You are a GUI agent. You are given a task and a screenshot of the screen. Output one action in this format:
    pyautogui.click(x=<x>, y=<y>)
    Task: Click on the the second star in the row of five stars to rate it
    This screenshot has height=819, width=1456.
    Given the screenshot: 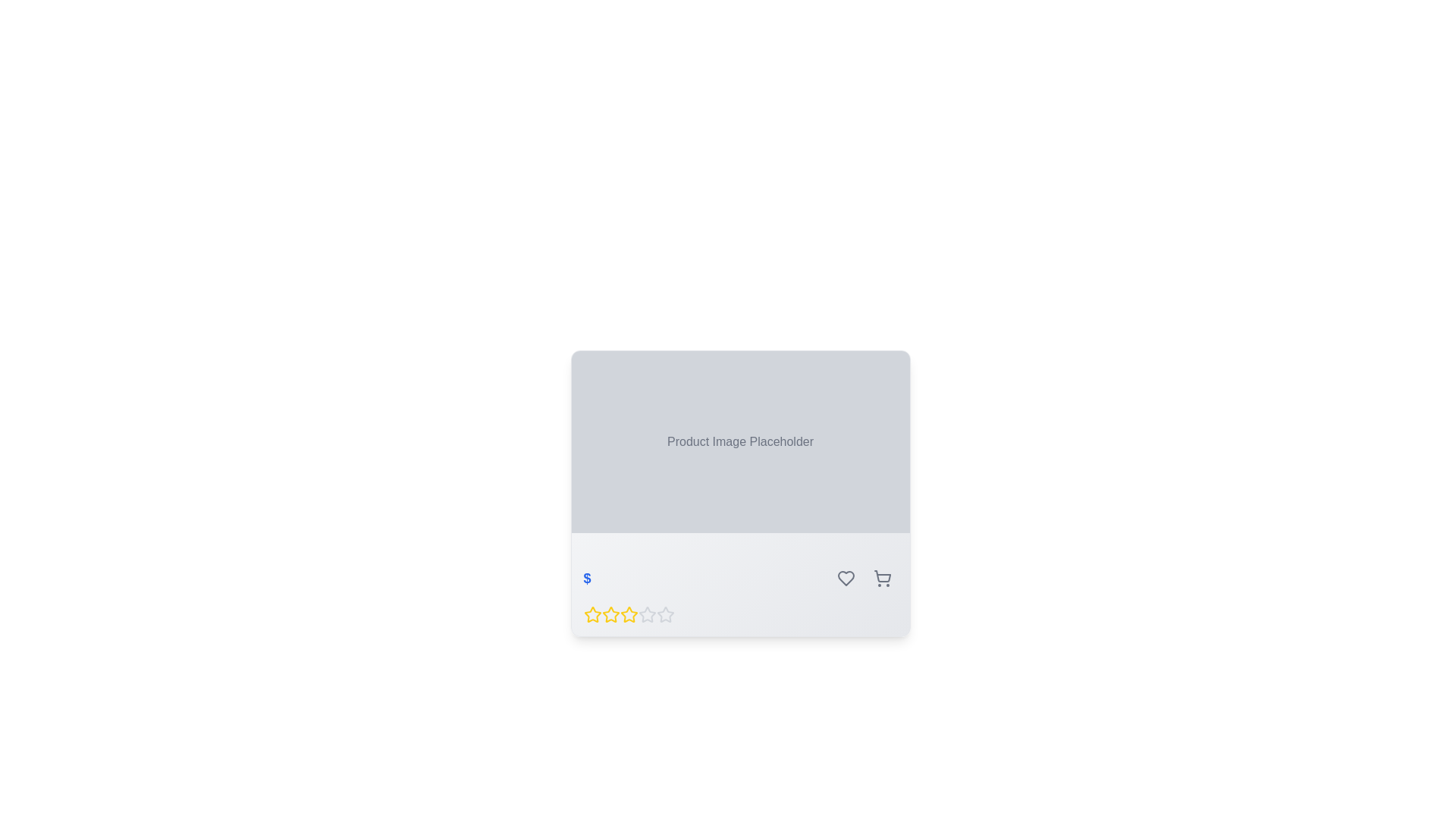 What is the action you would take?
    pyautogui.click(x=610, y=614)
    